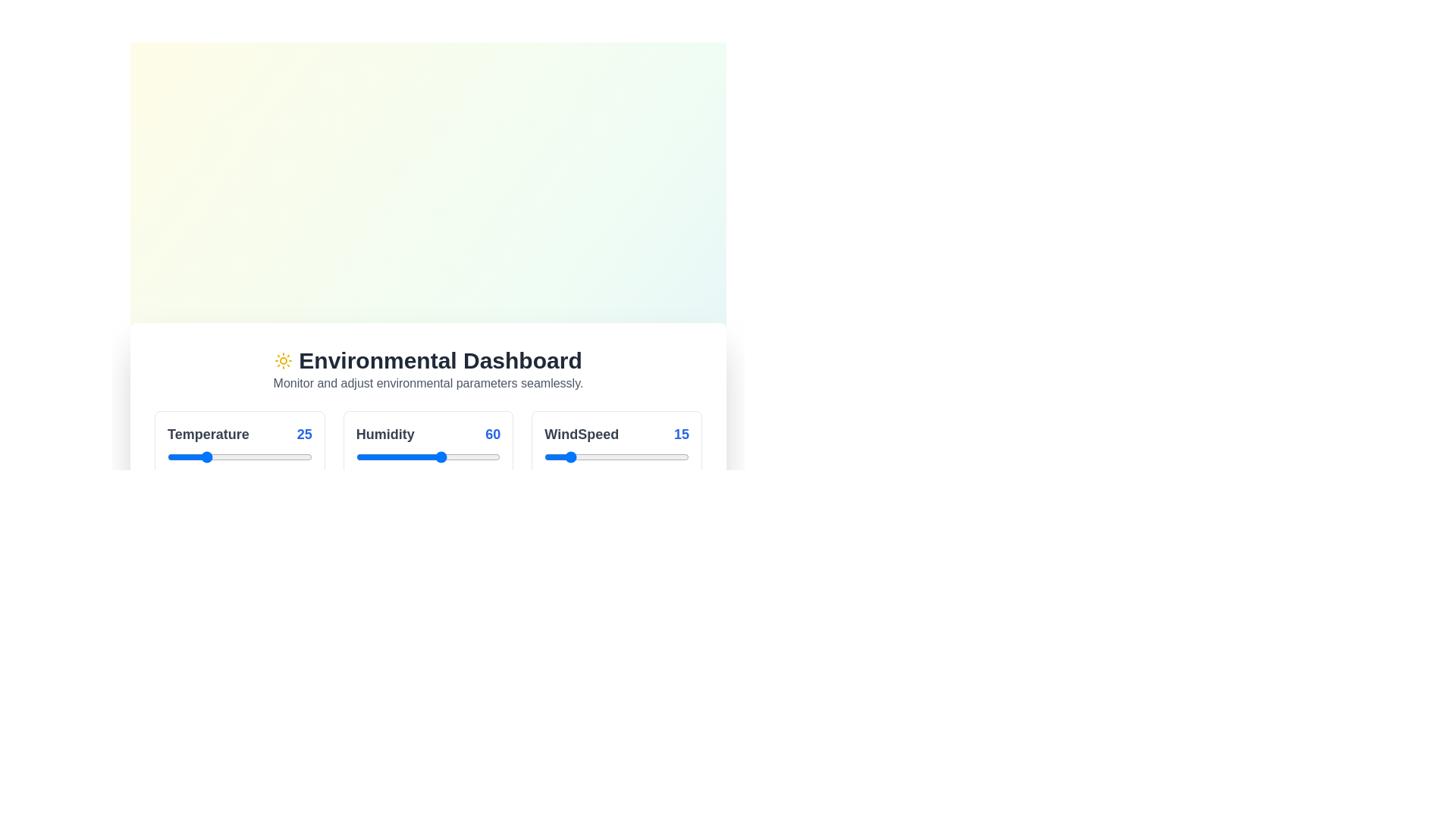 This screenshot has width=1456, height=819. Describe the element at coordinates (299, 456) in the screenshot. I see `the temperature` at that location.